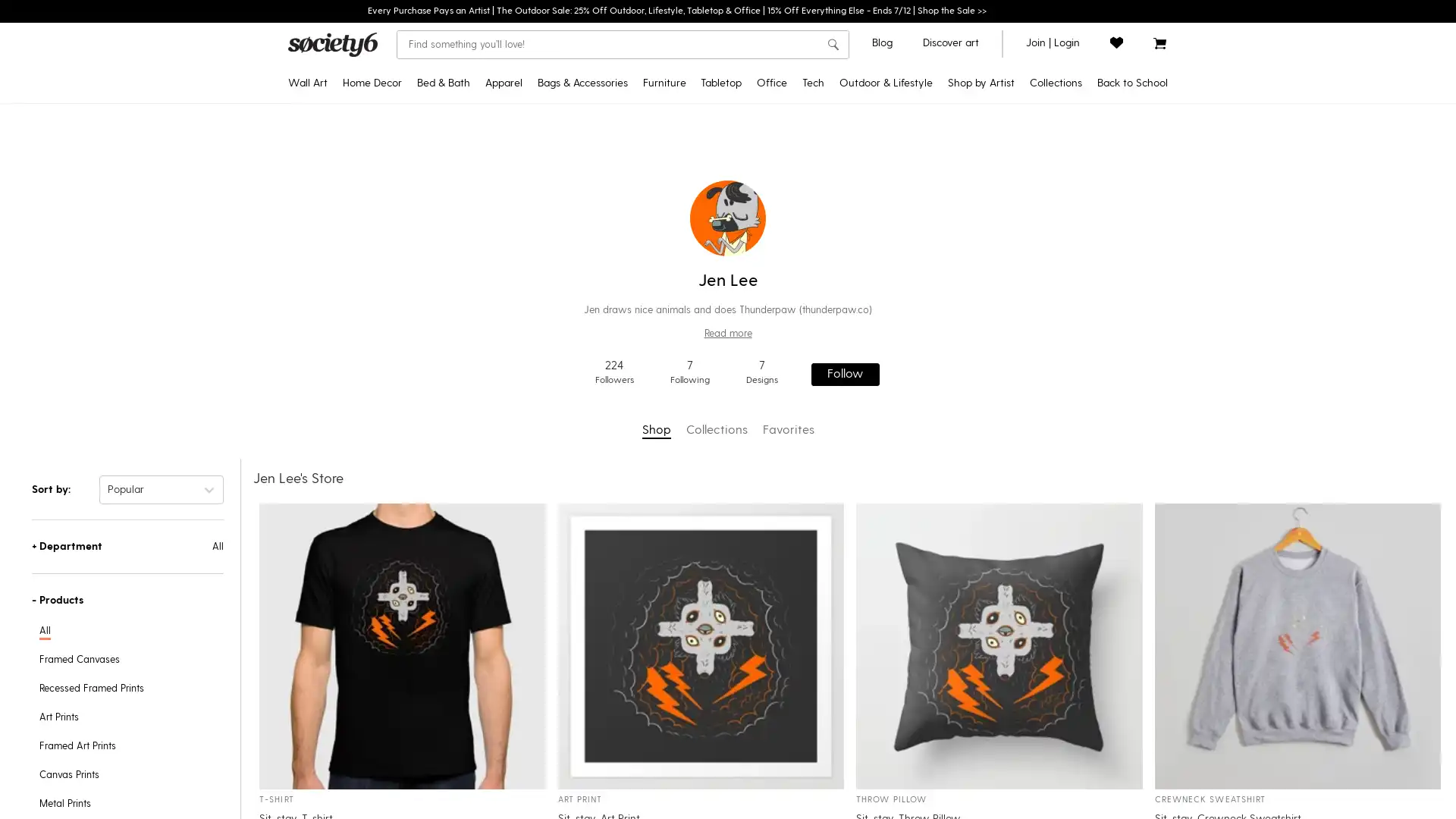  Describe the element at coordinates (749, 219) in the screenshot. I see `Placemats` at that location.